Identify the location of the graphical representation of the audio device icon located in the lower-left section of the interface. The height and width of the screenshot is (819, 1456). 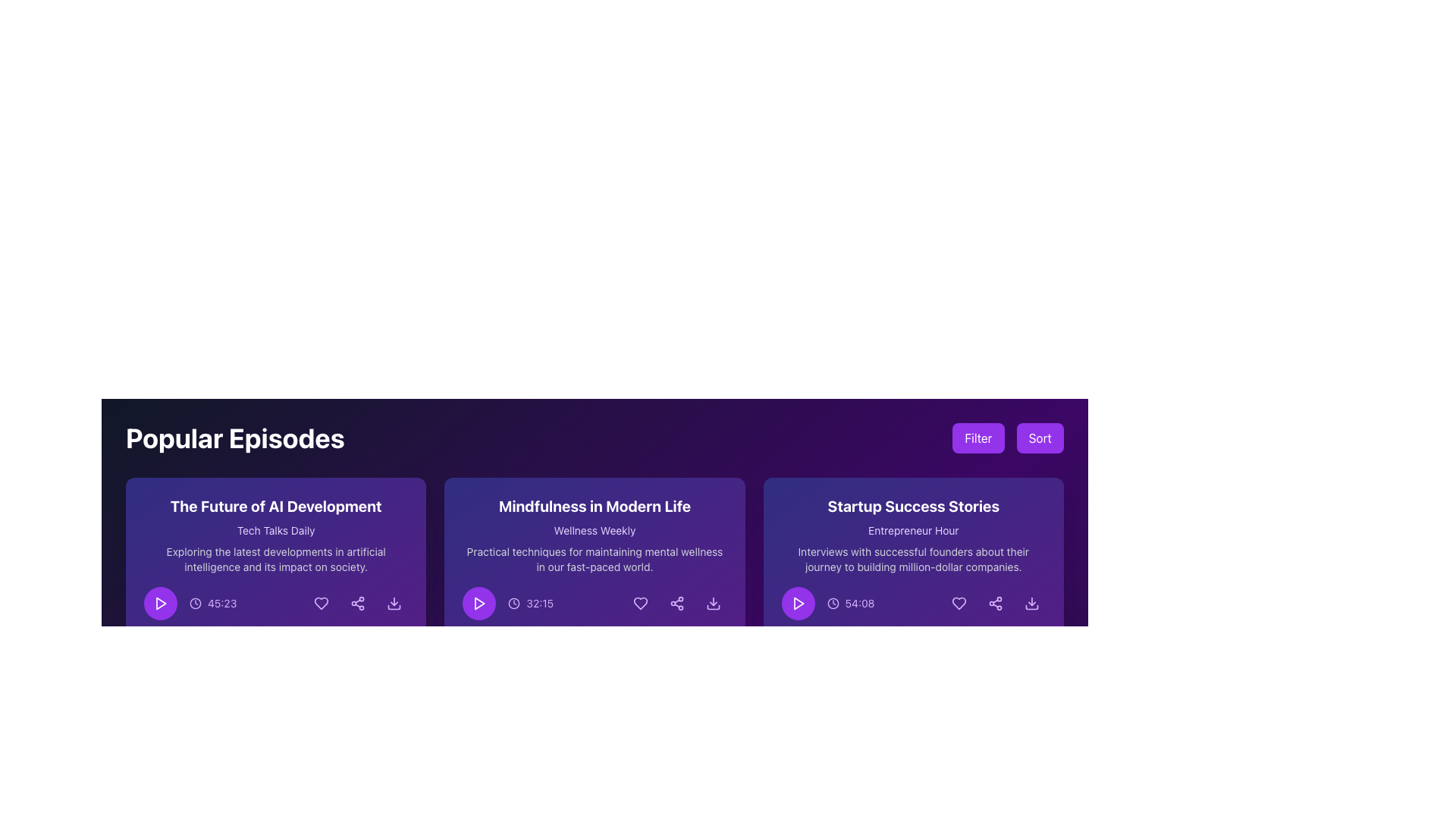
(468, 652).